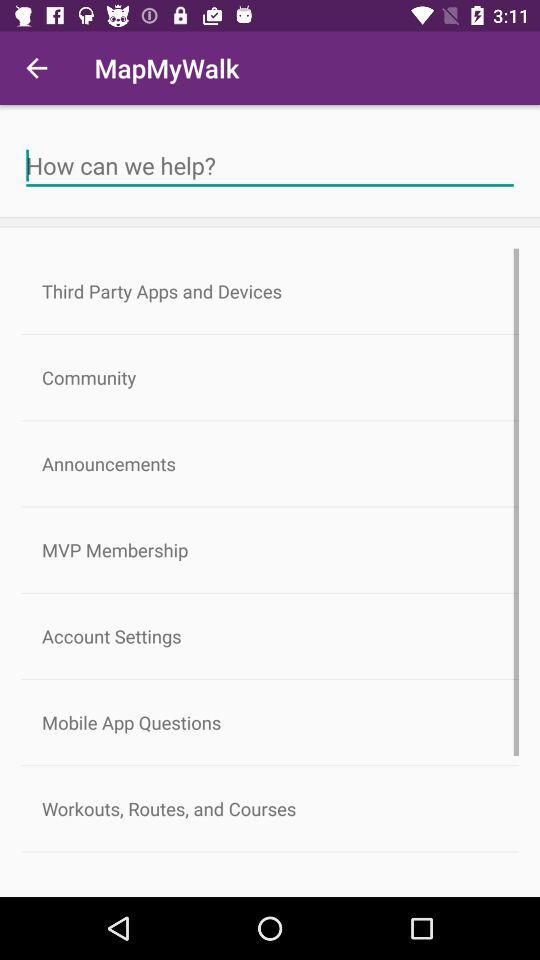  I want to click on the community, so click(270, 376).